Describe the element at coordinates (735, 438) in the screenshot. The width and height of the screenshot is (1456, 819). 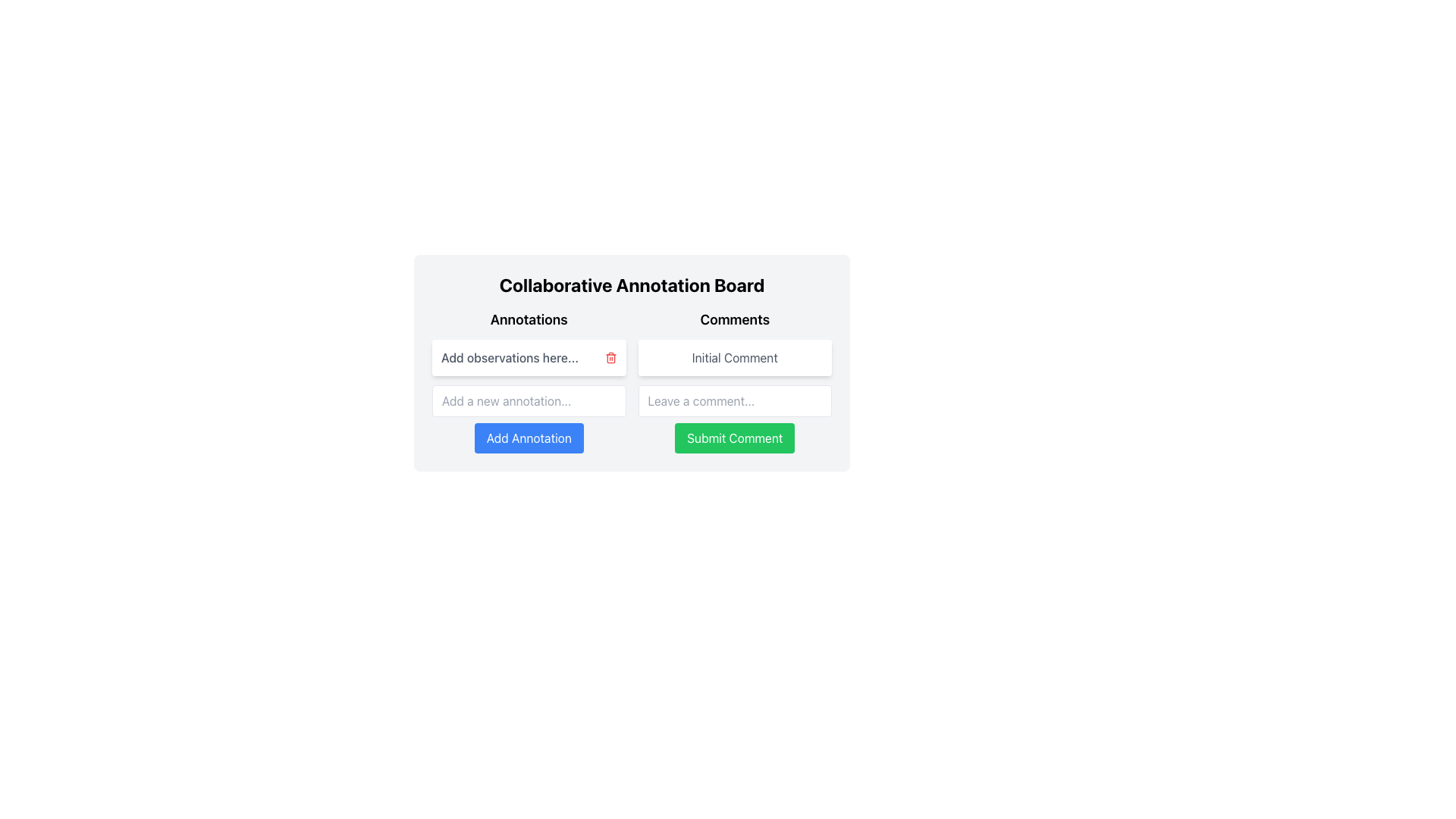
I see `the green 'Submit Comment' button located in the 'Comments' section below the text input field with the placeholder 'Leave a comment...'` at that location.